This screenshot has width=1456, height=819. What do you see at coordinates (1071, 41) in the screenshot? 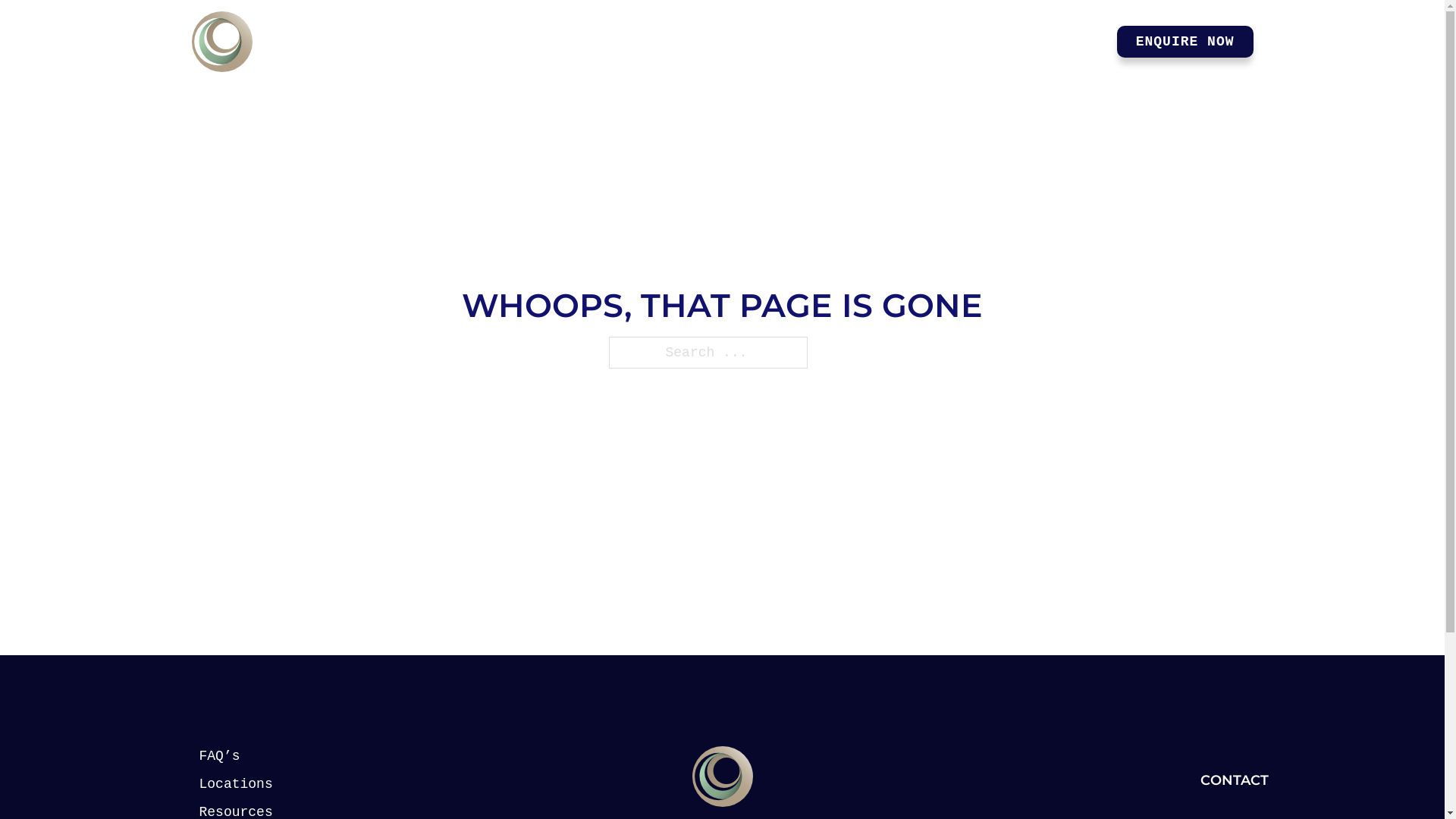
I see `'ABOUT'` at bounding box center [1071, 41].